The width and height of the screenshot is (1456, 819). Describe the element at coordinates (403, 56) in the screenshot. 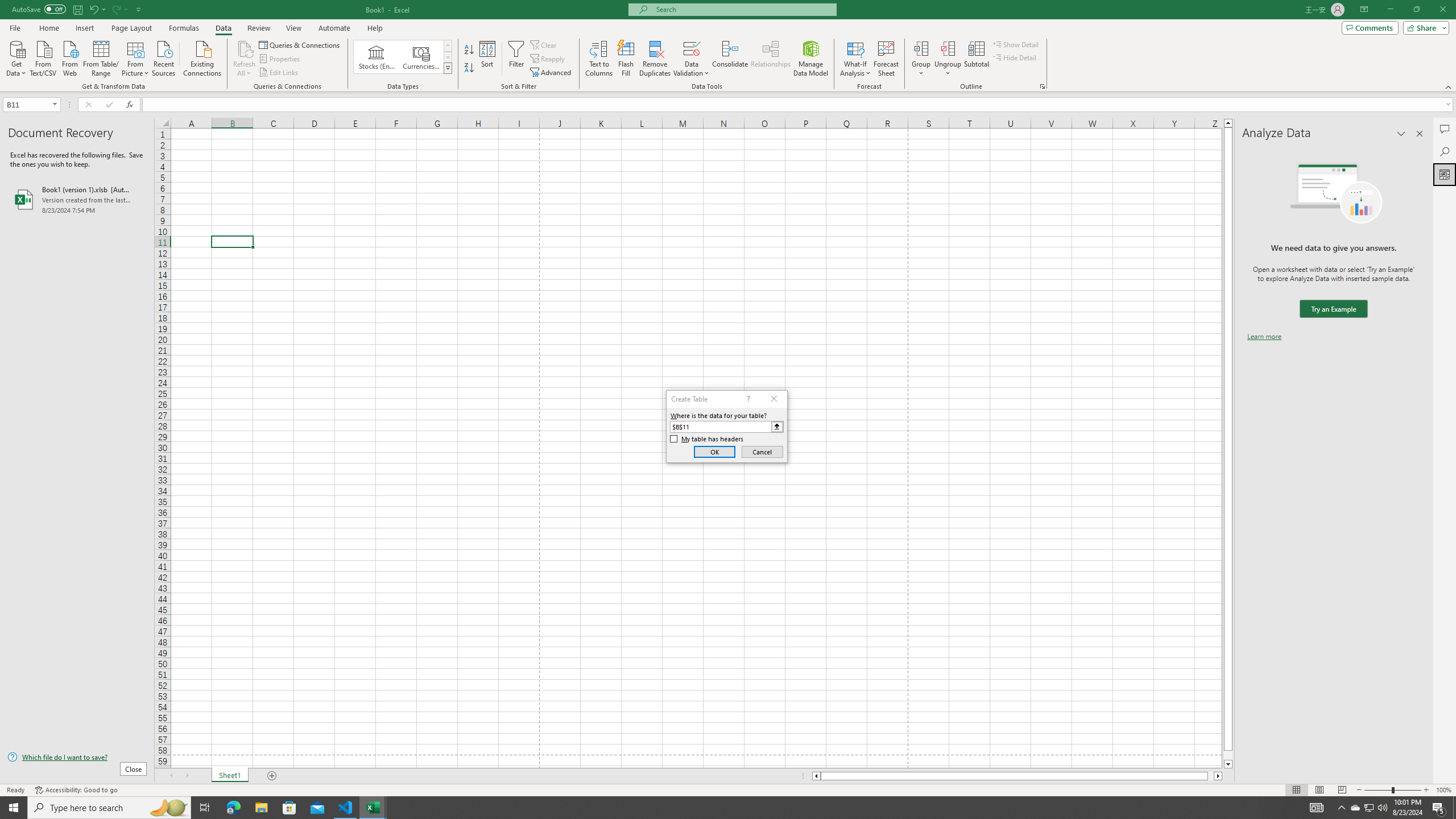

I see `'AutomationID: ConvertToLinkedEntity'` at that location.